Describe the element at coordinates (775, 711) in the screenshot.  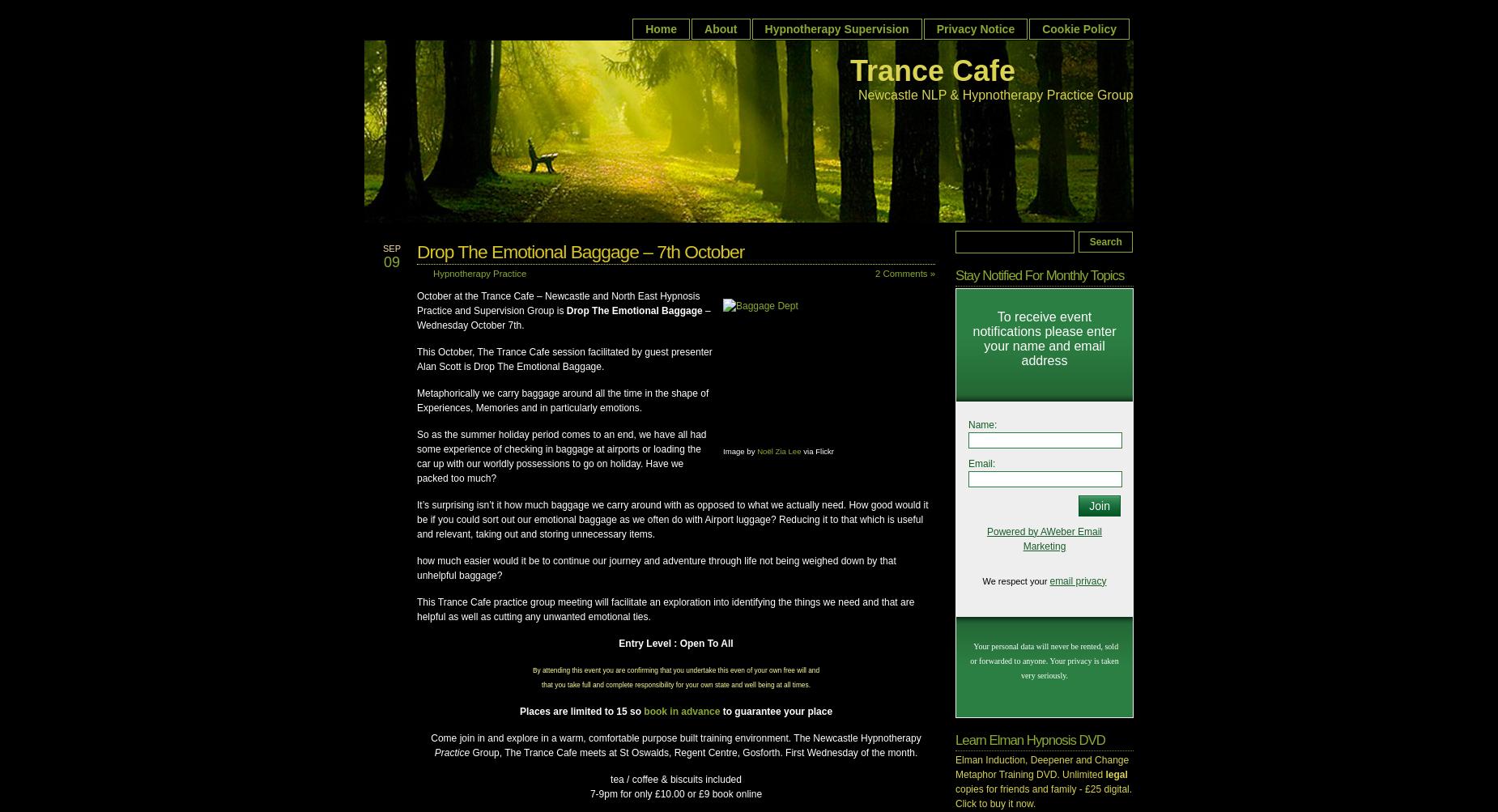
I see `'to guarantee your place'` at that location.